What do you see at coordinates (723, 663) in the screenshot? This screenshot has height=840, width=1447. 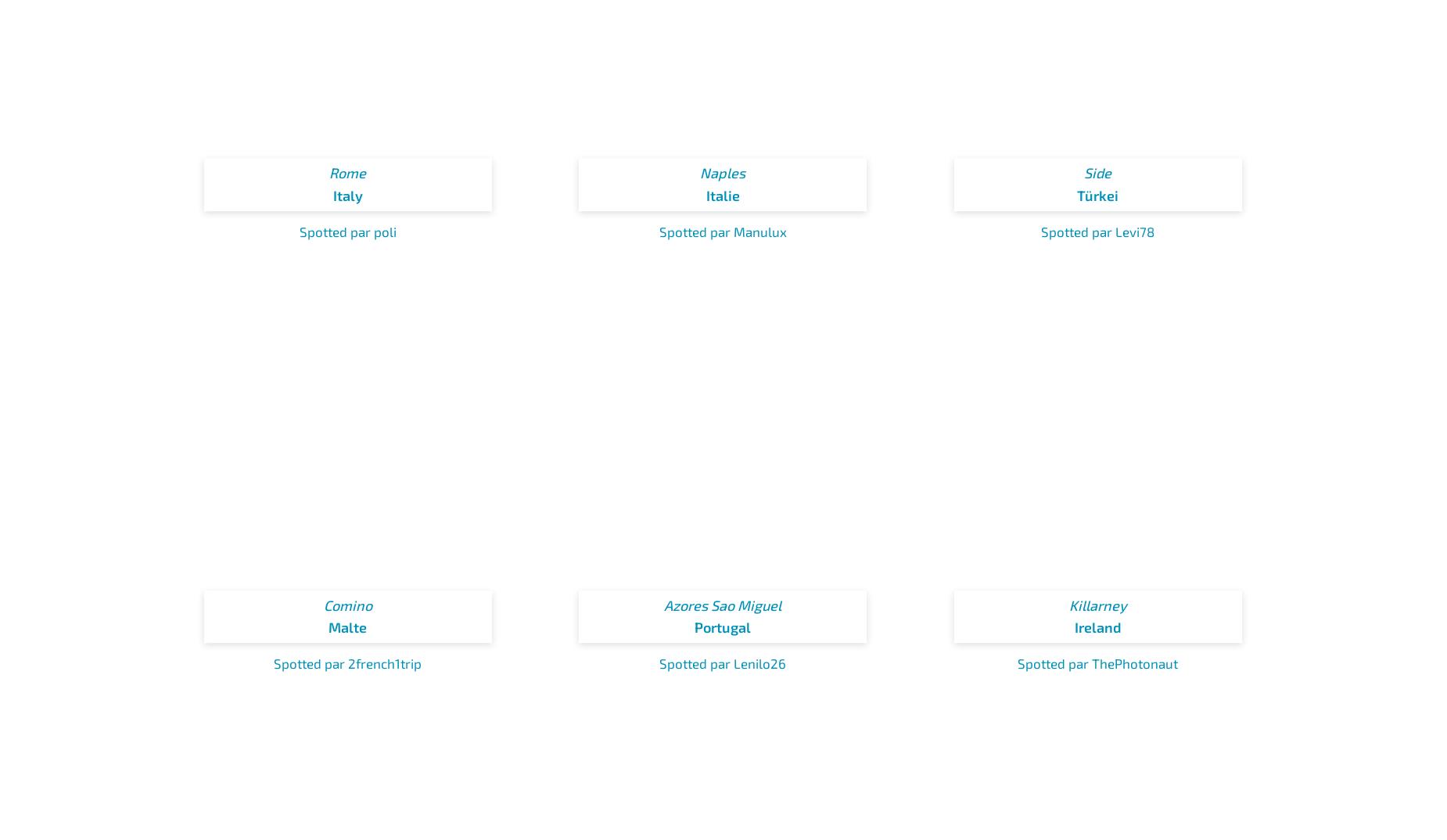 I see `'Spotted par Lenilo26'` at bounding box center [723, 663].